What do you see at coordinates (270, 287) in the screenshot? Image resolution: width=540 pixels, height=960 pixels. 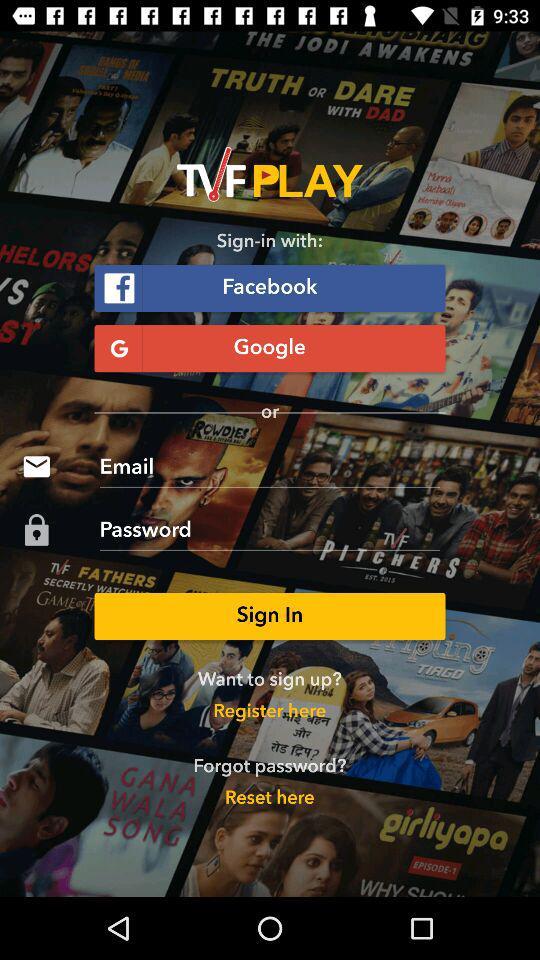 I see `a f facebook on a page` at bounding box center [270, 287].